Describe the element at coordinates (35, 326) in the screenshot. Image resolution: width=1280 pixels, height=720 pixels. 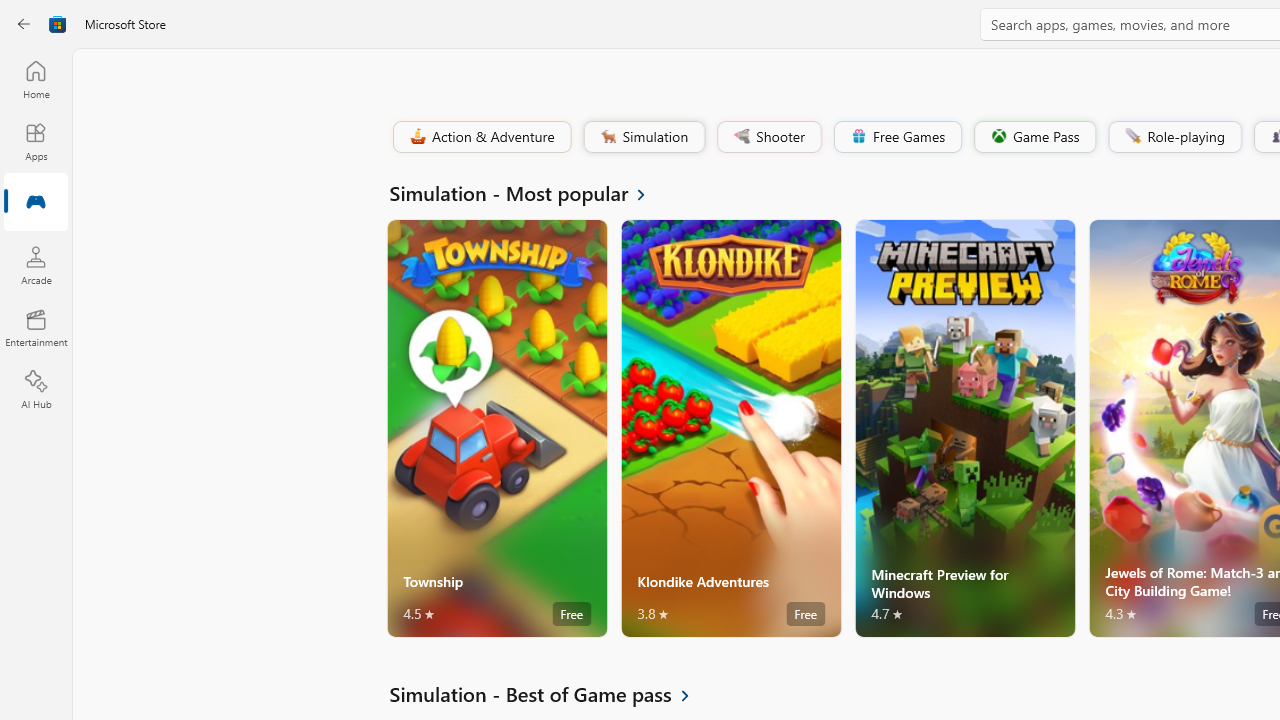
I see `'Entertainment'` at that location.